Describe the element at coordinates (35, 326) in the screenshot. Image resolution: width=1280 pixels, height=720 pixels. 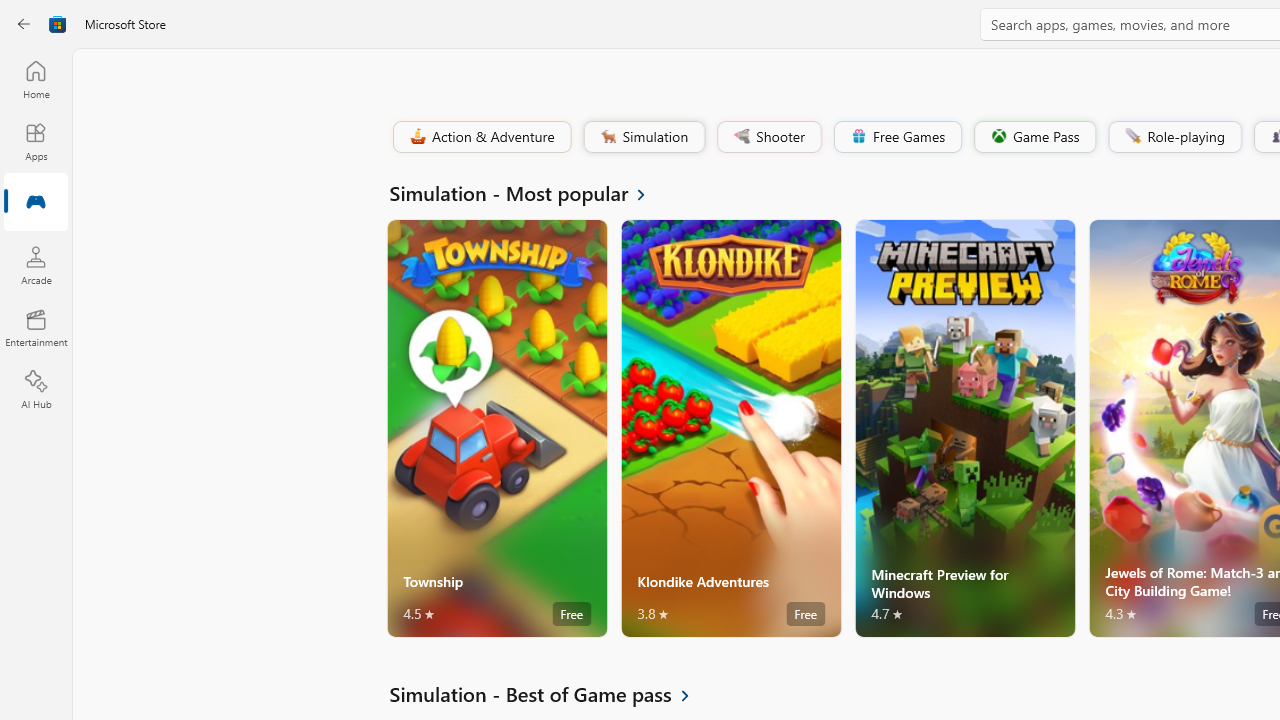
I see `'Entertainment'` at that location.